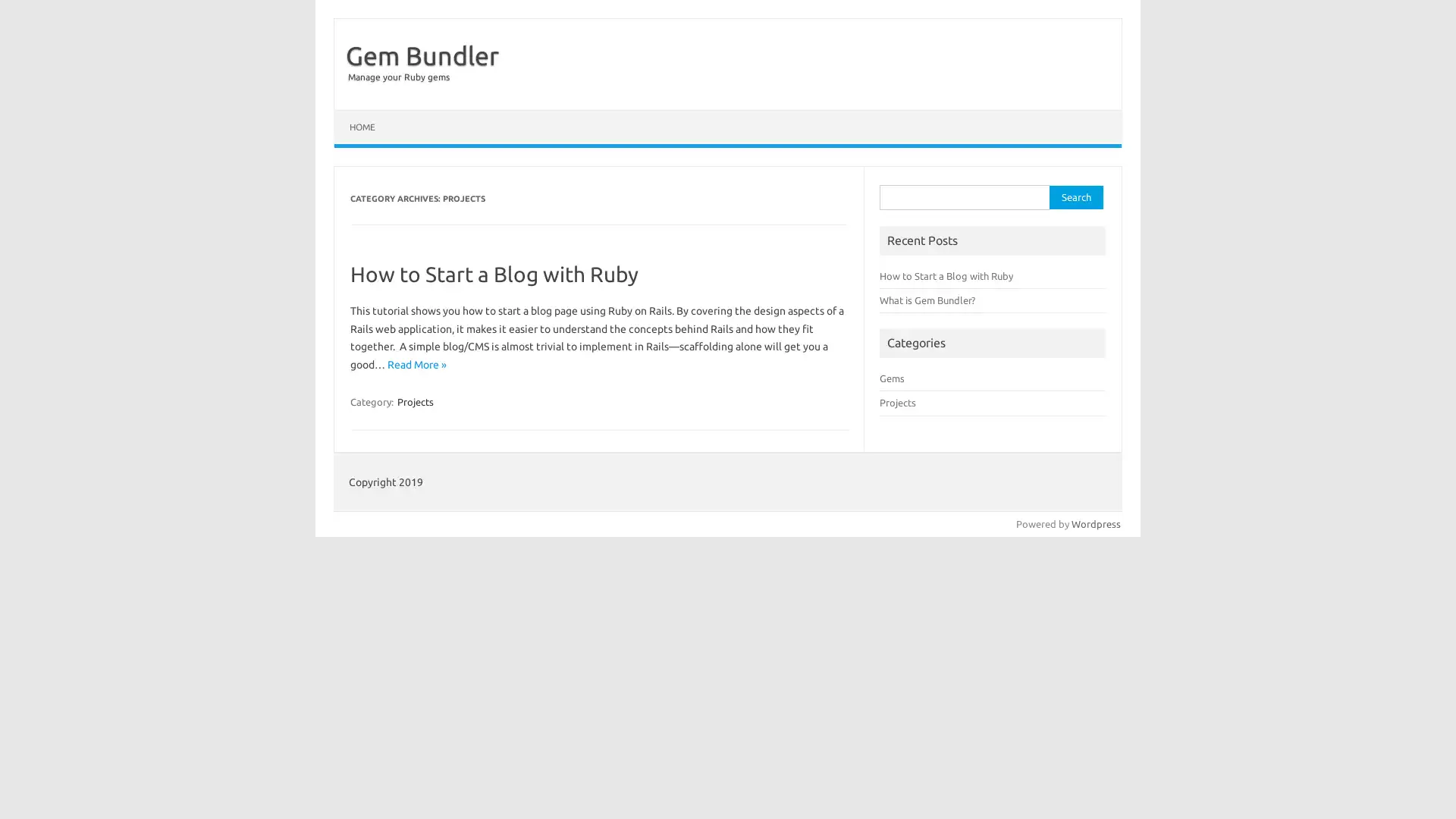 This screenshot has height=819, width=1456. I want to click on Search, so click(1075, 196).